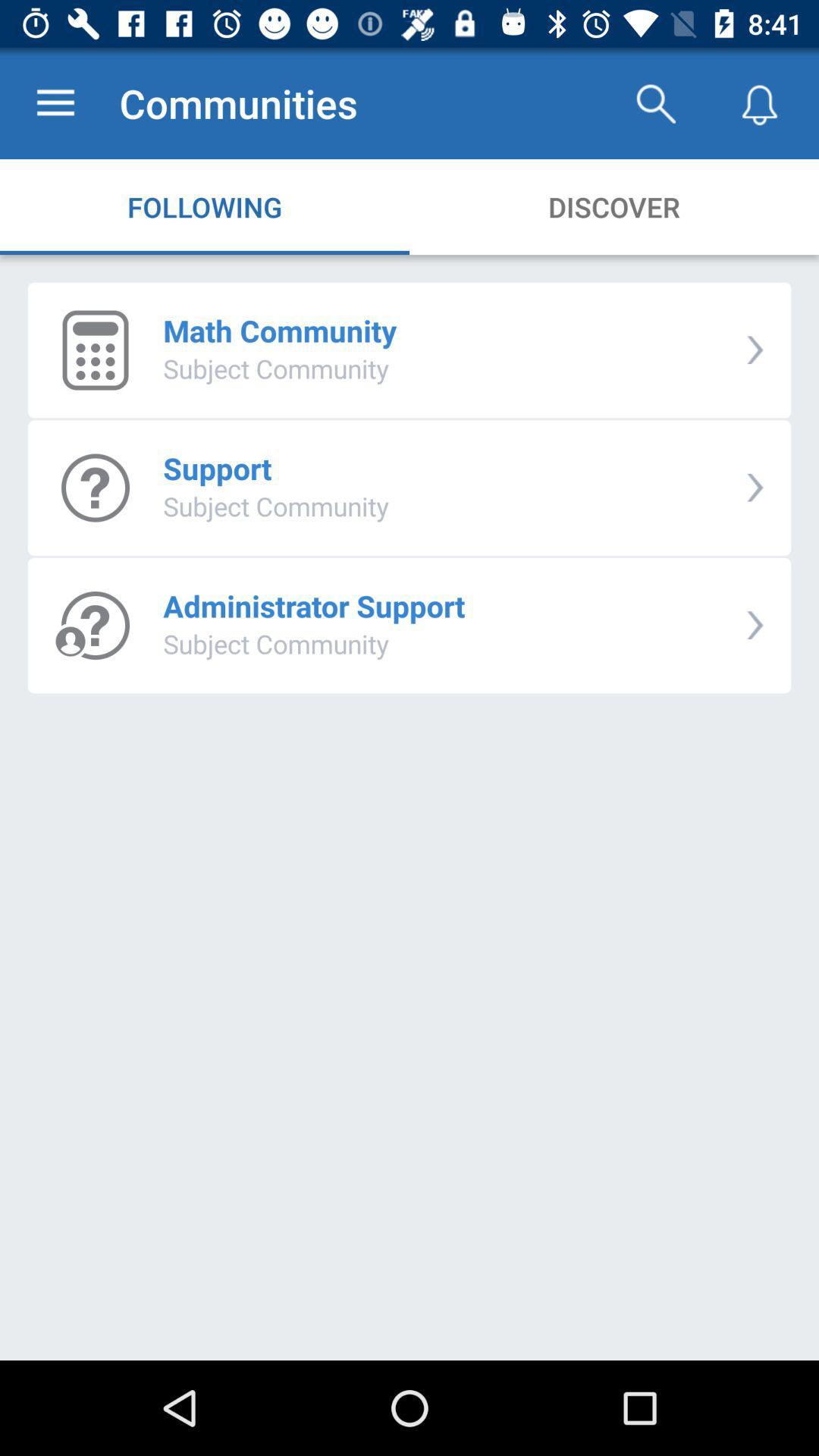 This screenshot has width=819, height=1456. I want to click on icon above the subject community item, so click(280, 330).